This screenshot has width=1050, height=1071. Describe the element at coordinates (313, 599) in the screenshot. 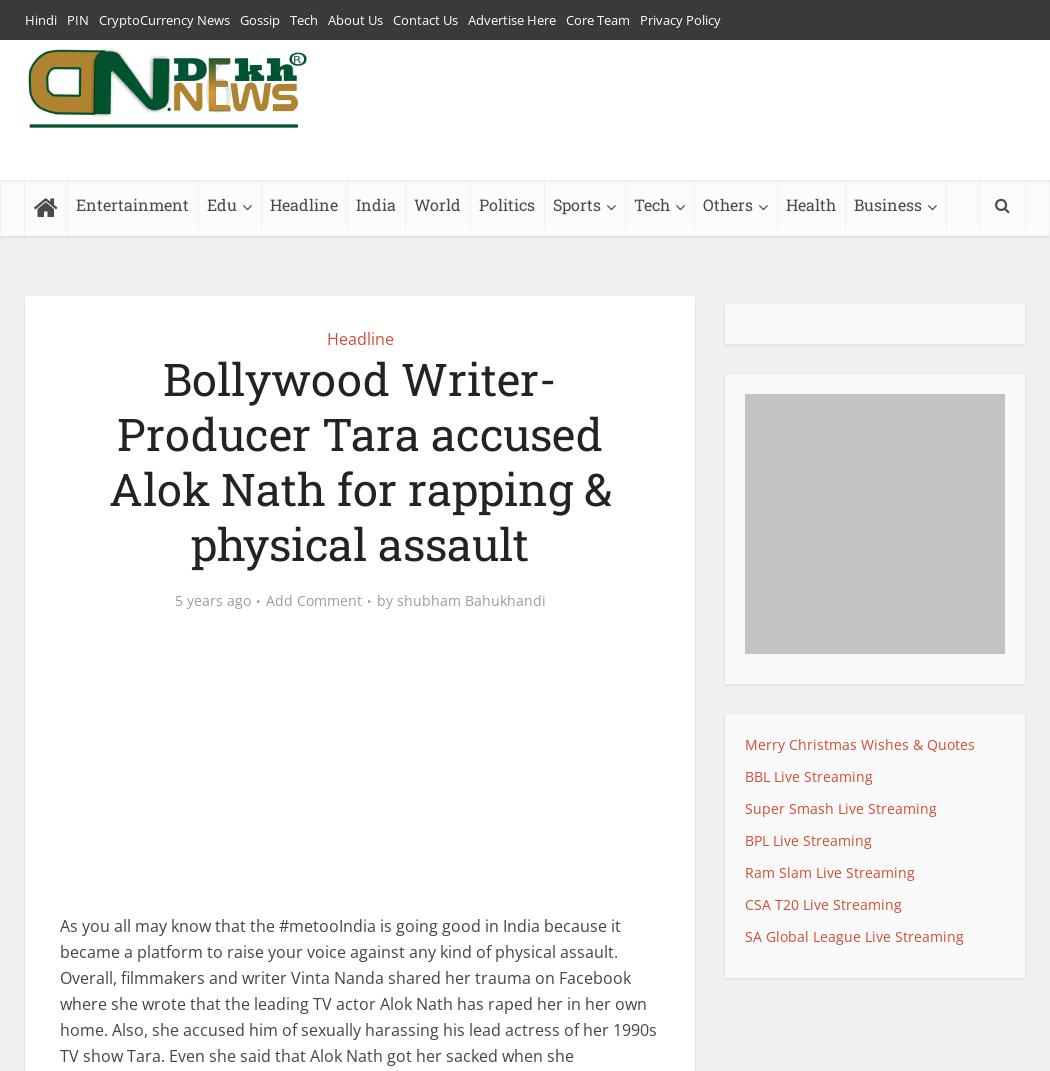

I see `'Add Comment'` at that location.